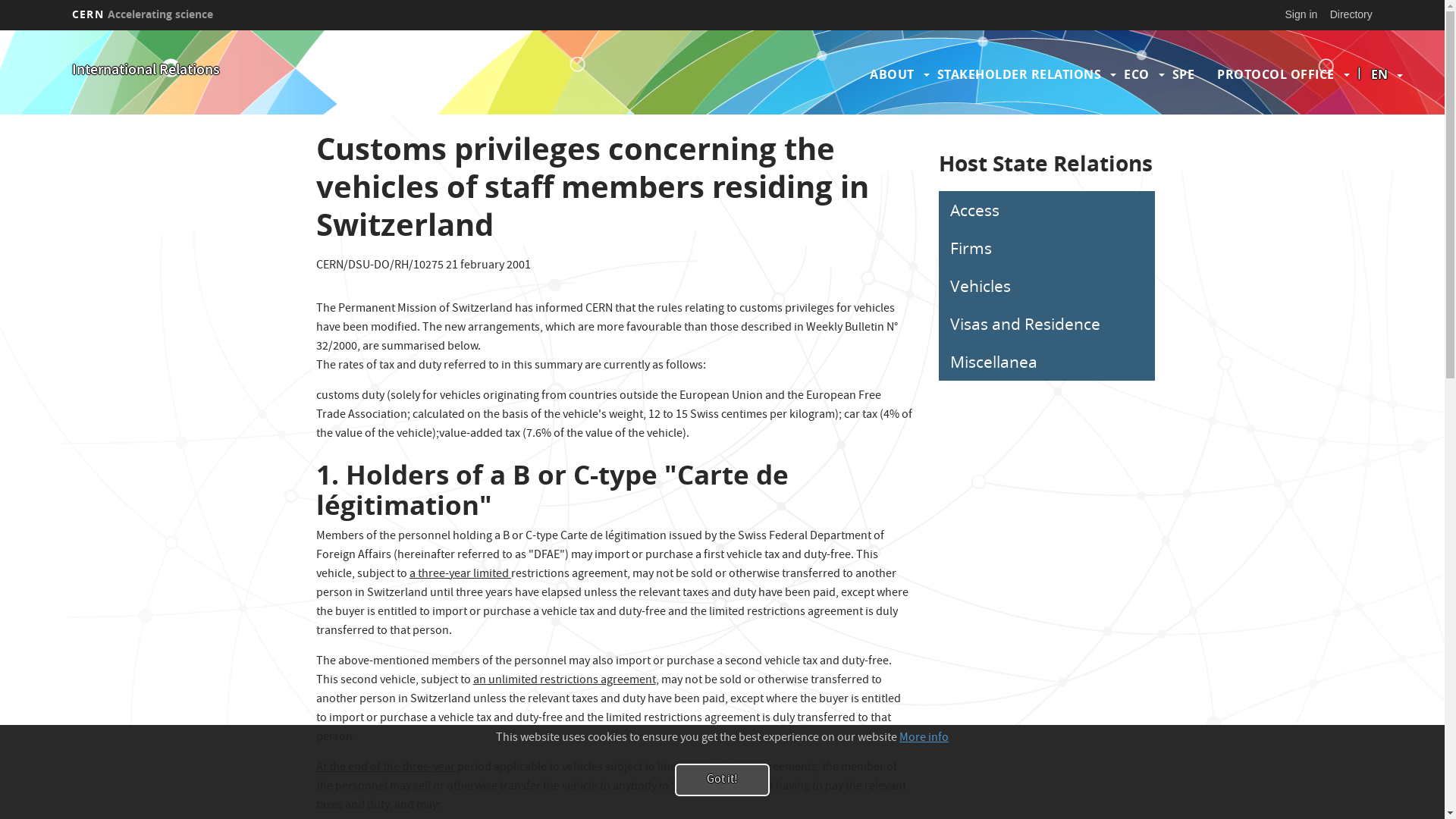  I want to click on 'Got it!', so click(721, 780).